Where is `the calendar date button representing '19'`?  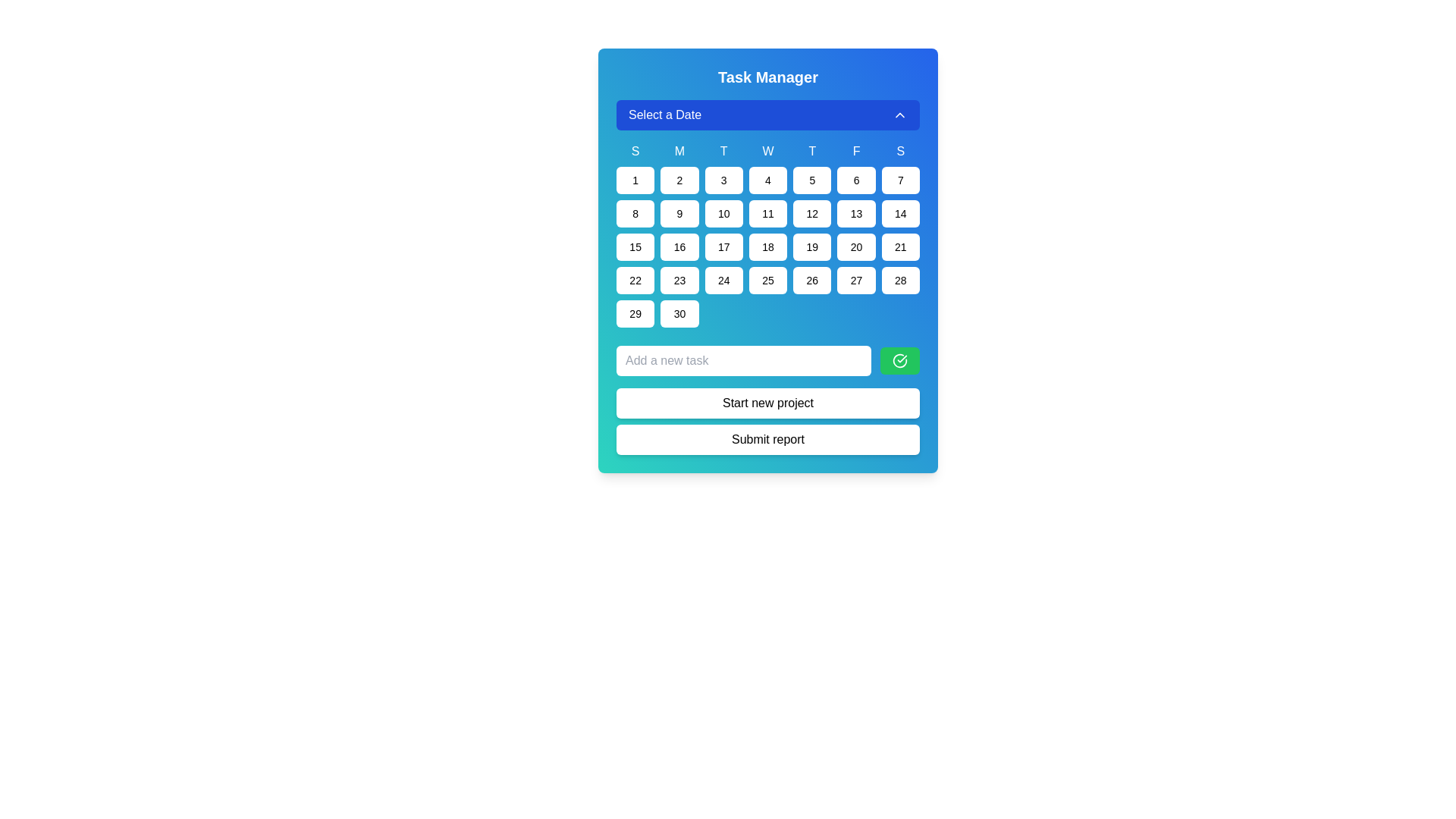
the calendar date button representing '19' is located at coordinates (811, 246).